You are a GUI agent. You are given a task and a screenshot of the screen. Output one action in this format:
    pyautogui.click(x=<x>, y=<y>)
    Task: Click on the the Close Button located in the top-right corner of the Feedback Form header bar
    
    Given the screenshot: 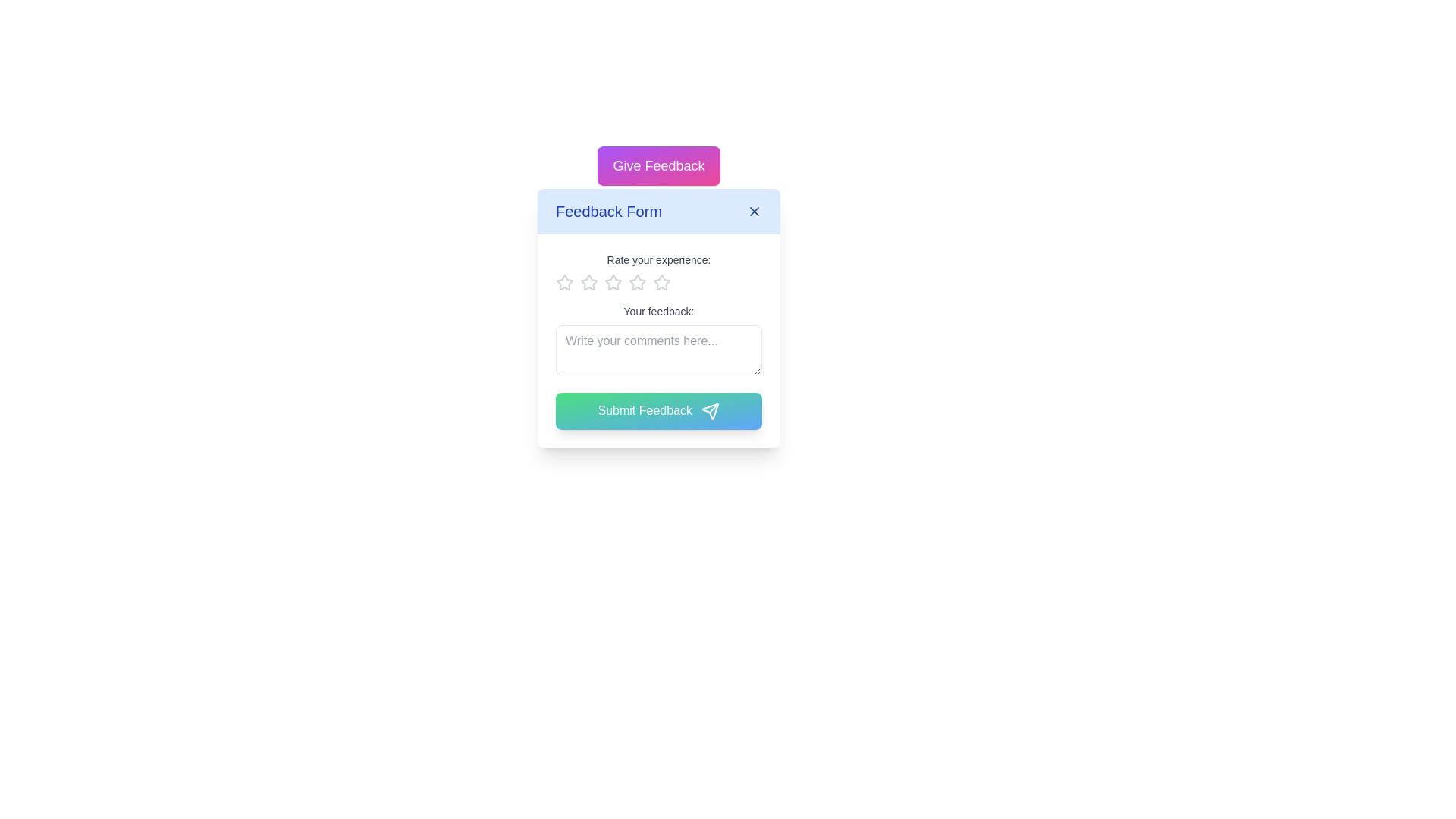 What is the action you would take?
    pyautogui.click(x=754, y=211)
    